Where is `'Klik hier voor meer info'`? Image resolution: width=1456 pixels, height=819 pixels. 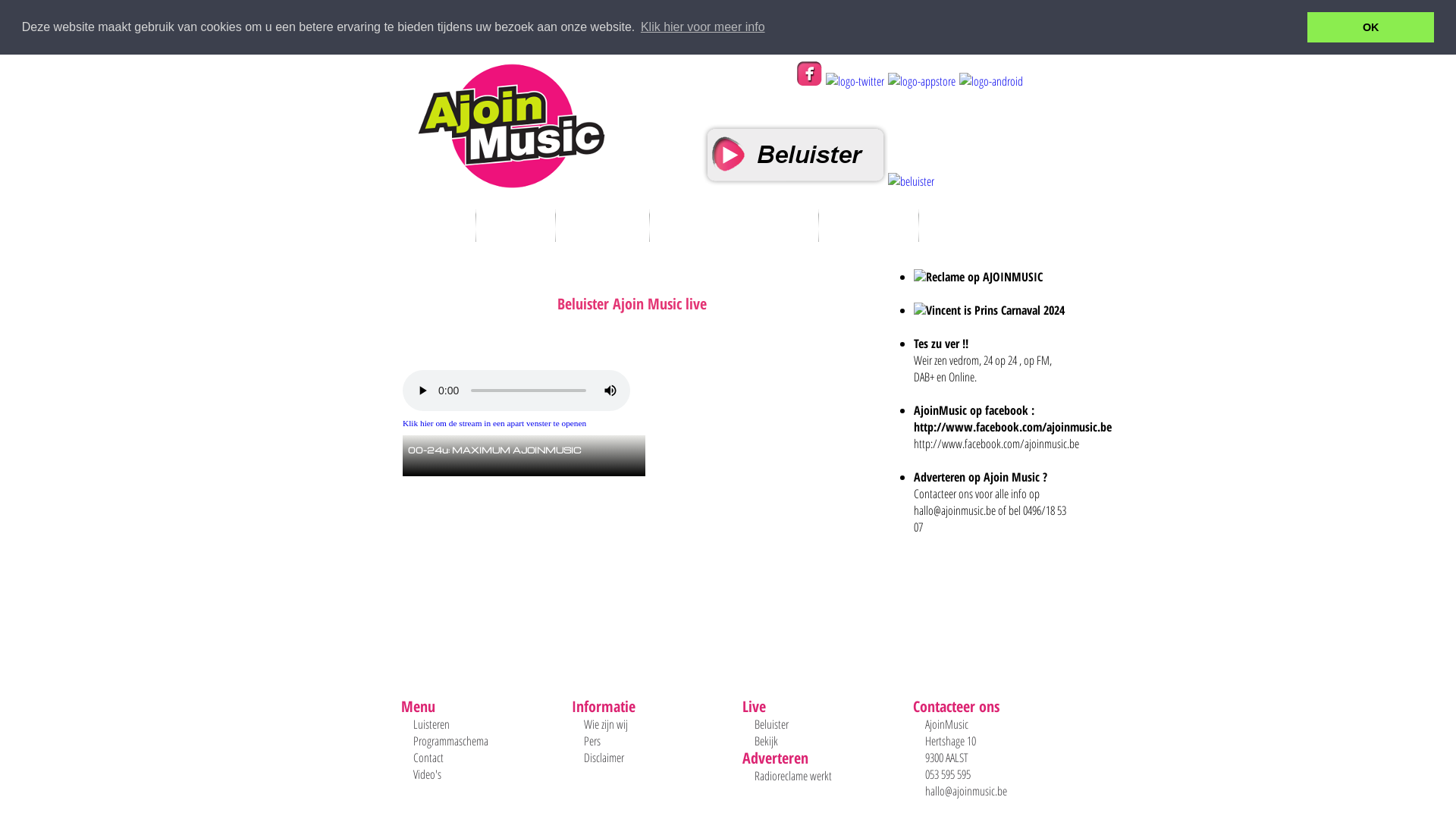
'Klik hier voor meer info' is located at coordinates (701, 27).